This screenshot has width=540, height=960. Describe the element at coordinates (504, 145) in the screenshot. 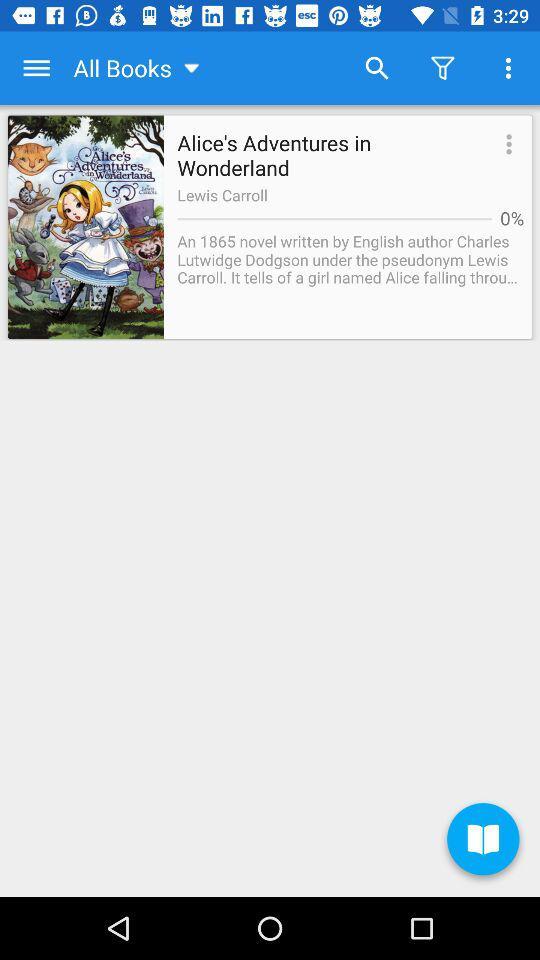

I see `the icon to the right of alice s adventures app` at that location.